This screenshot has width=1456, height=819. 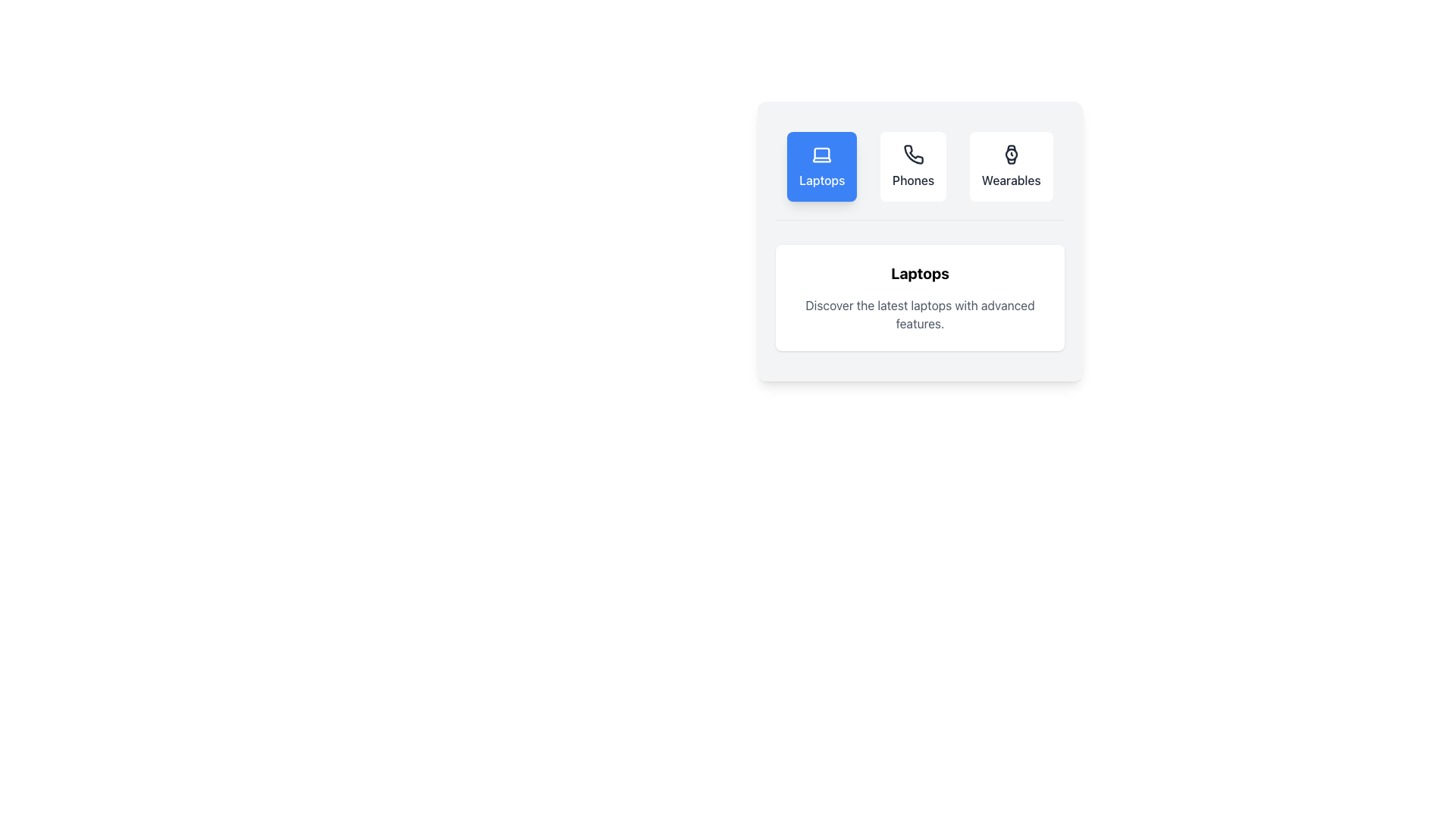 I want to click on the phone icon, which is a minimalist design element located in the middle right of the card interface, so click(x=912, y=155).